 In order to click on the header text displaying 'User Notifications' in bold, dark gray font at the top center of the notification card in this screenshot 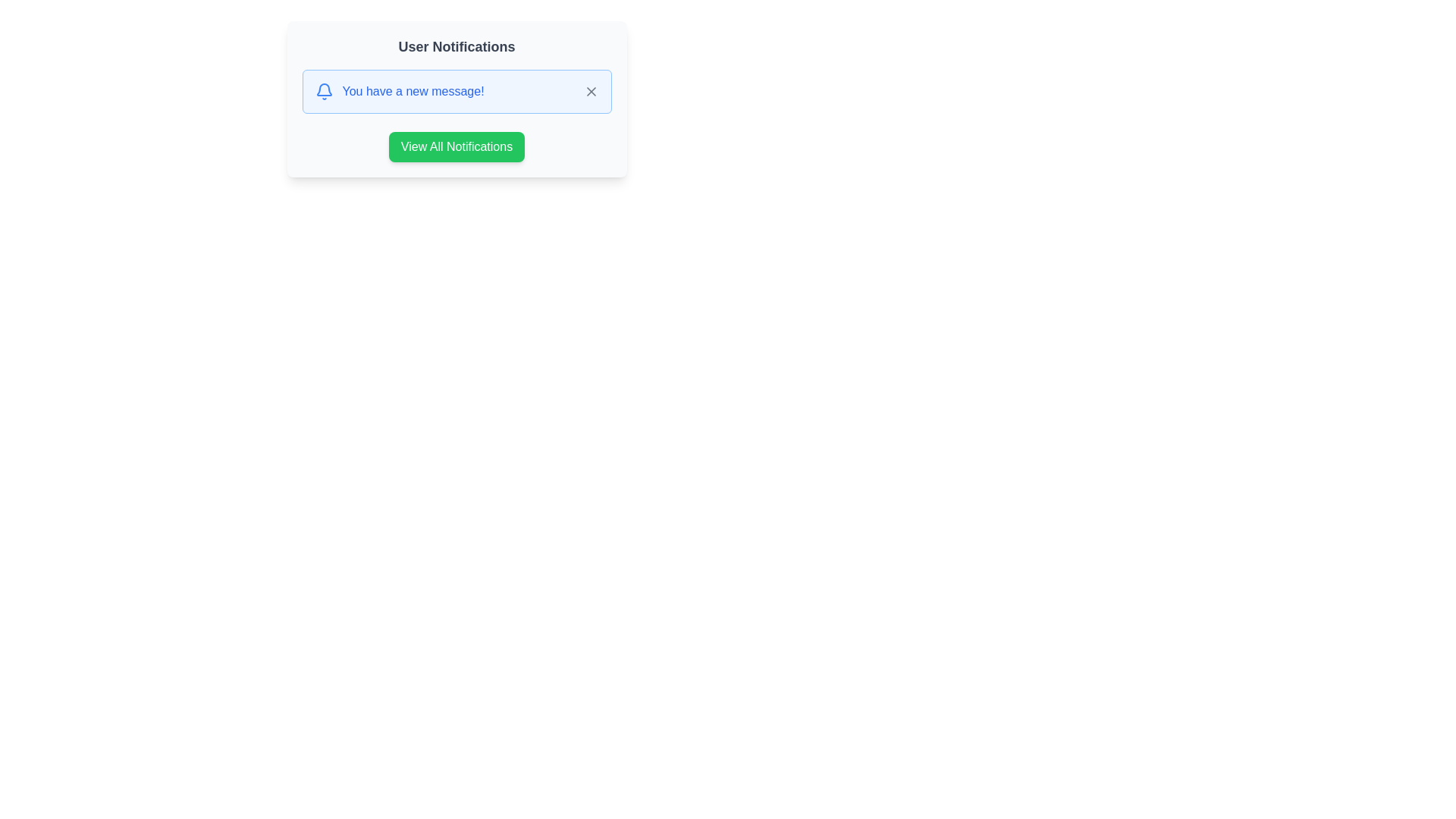, I will do `click(456, 45)`.